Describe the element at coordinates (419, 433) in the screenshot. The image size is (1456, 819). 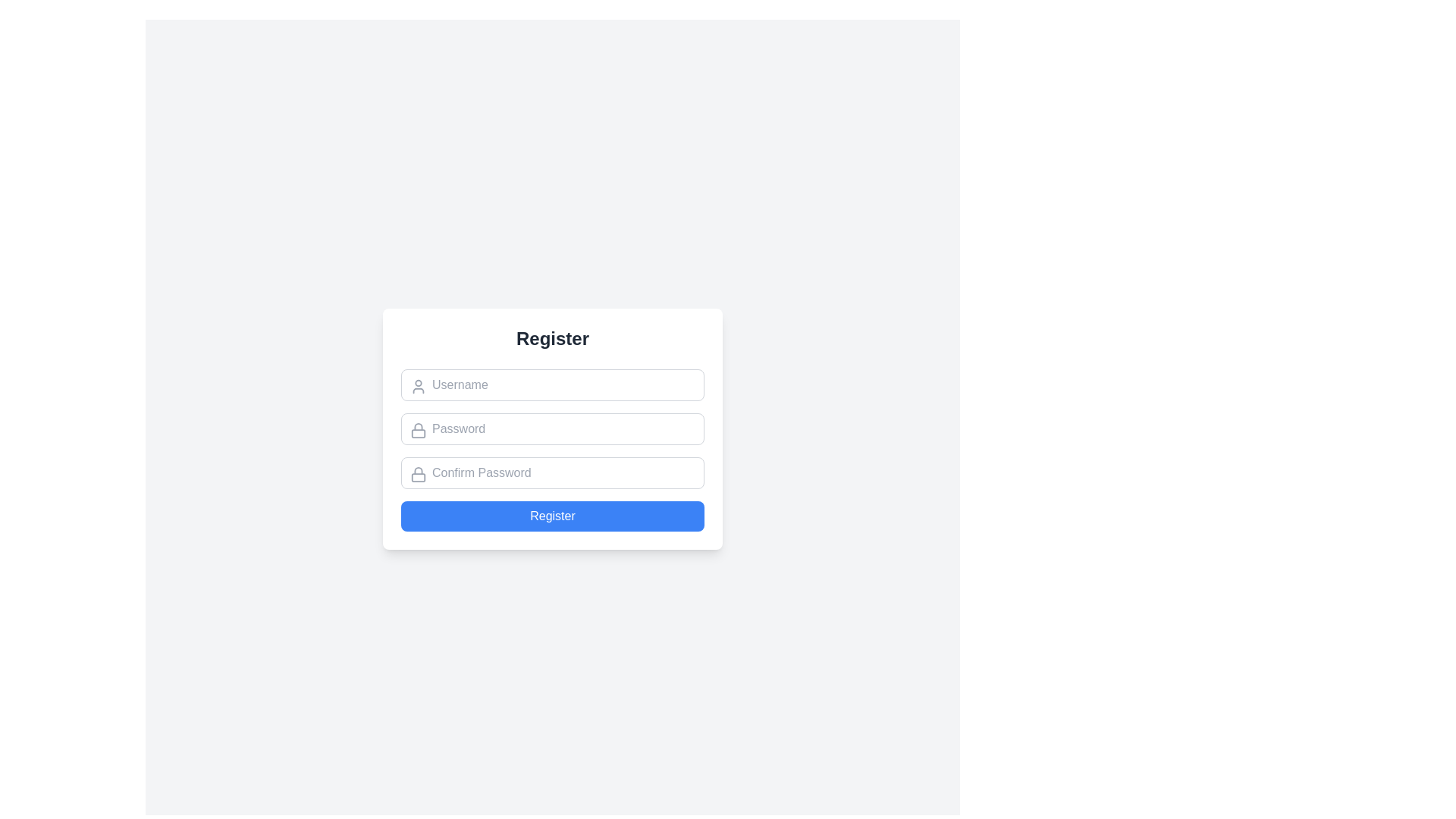
I see `the lower part of the lock icon, which symbolizes security for the password input field in the registration form interface` at that location.